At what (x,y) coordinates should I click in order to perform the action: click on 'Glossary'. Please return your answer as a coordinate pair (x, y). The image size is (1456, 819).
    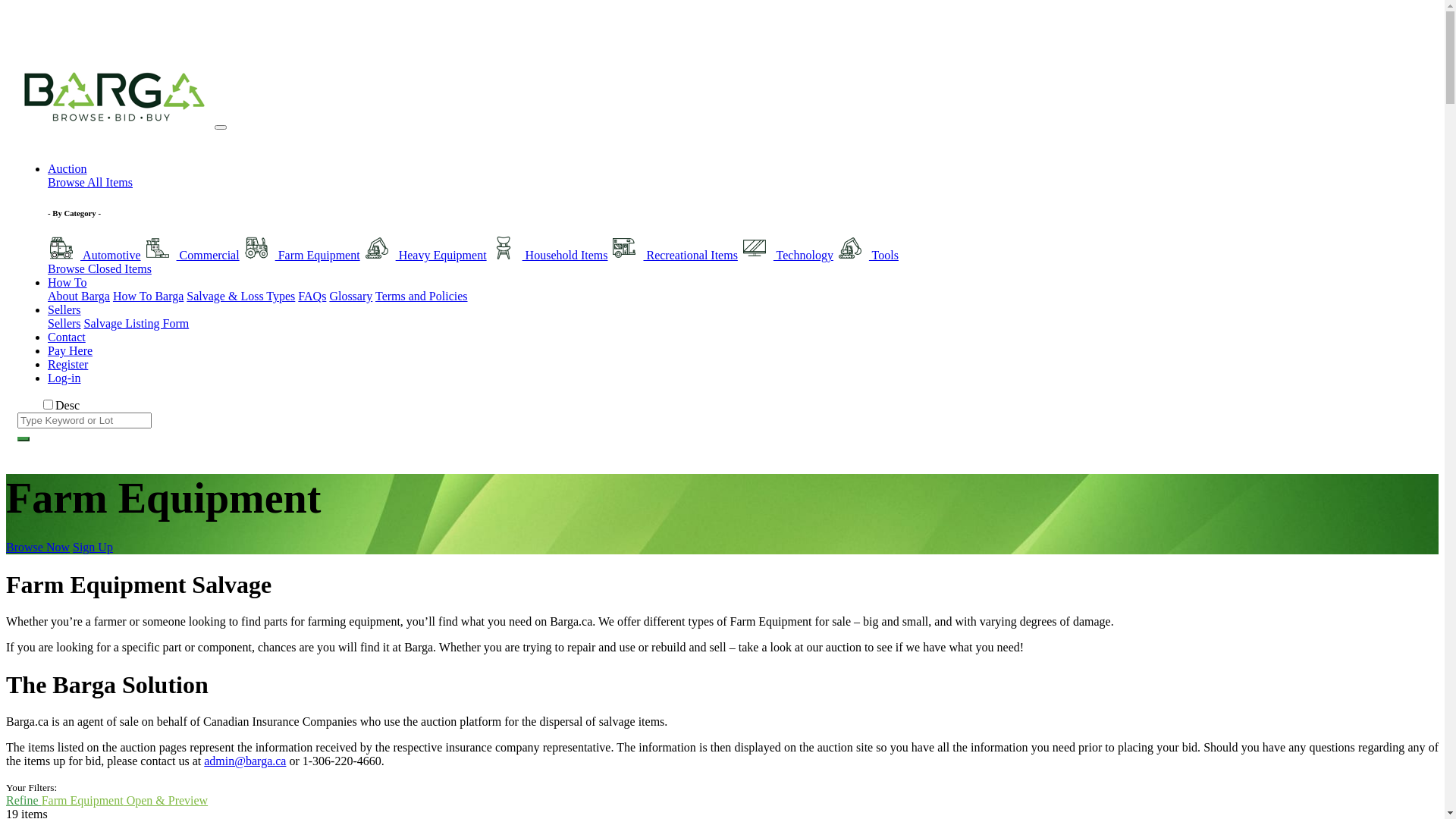
    Looking at the image, I should click on (350, 296).